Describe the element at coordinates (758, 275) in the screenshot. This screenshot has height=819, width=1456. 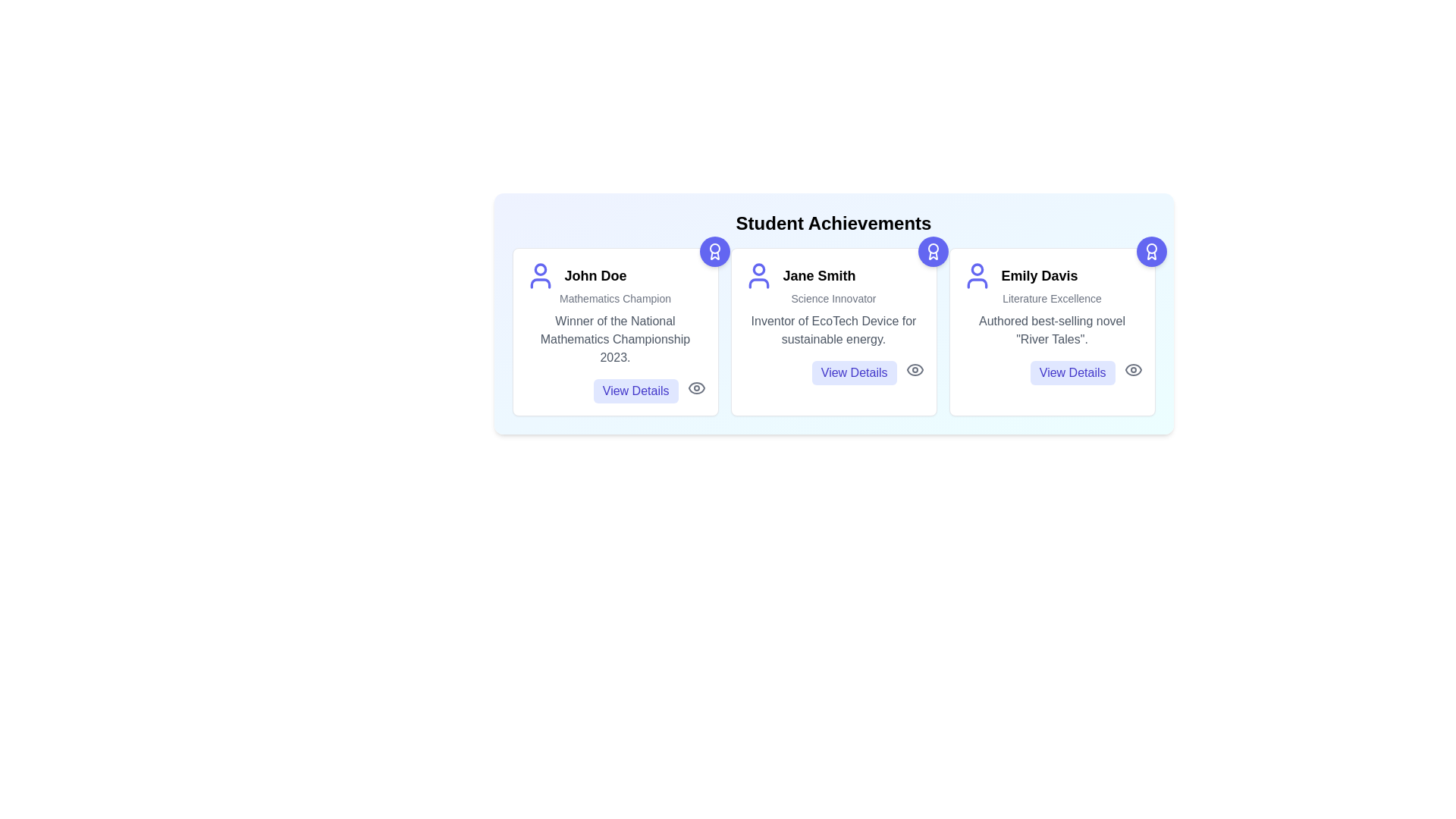
I see `the user icon for Jane Smith` at that location.